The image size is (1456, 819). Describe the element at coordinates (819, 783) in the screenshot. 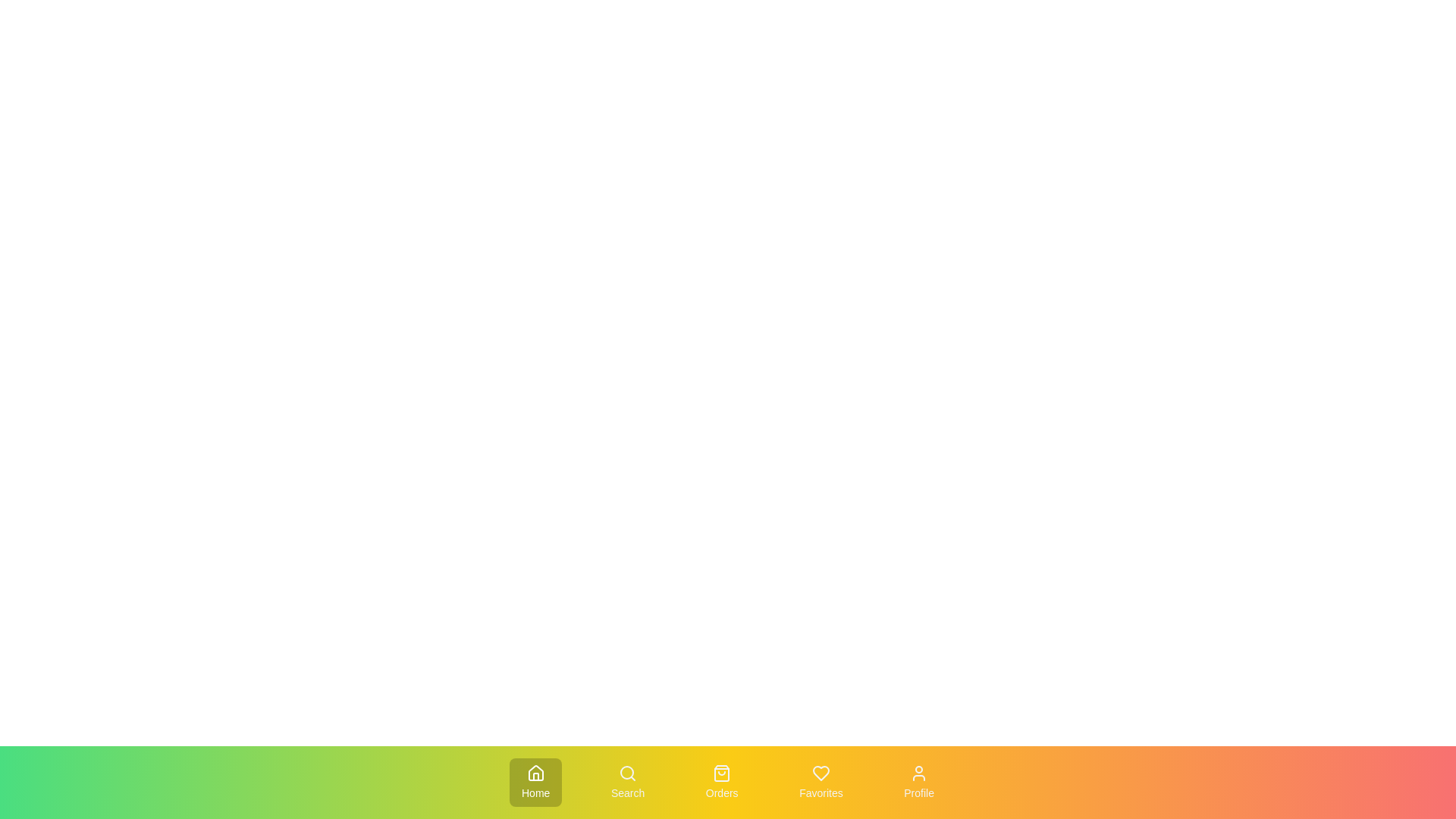

I see `the Favorites tab to activate it` at that location.